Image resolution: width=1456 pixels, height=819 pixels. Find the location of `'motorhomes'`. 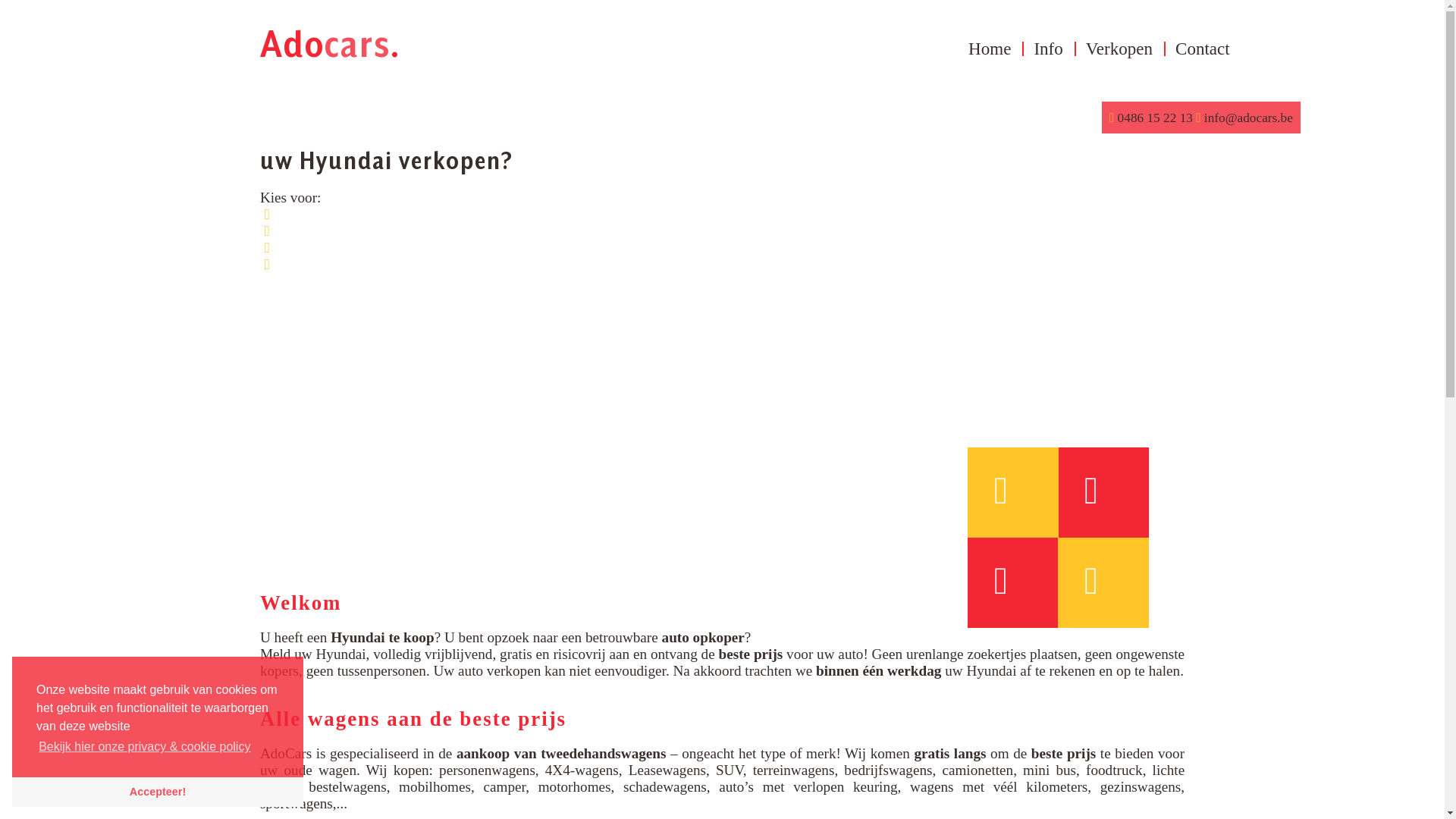

'motorhomes' is located at coordinates (574, 786).